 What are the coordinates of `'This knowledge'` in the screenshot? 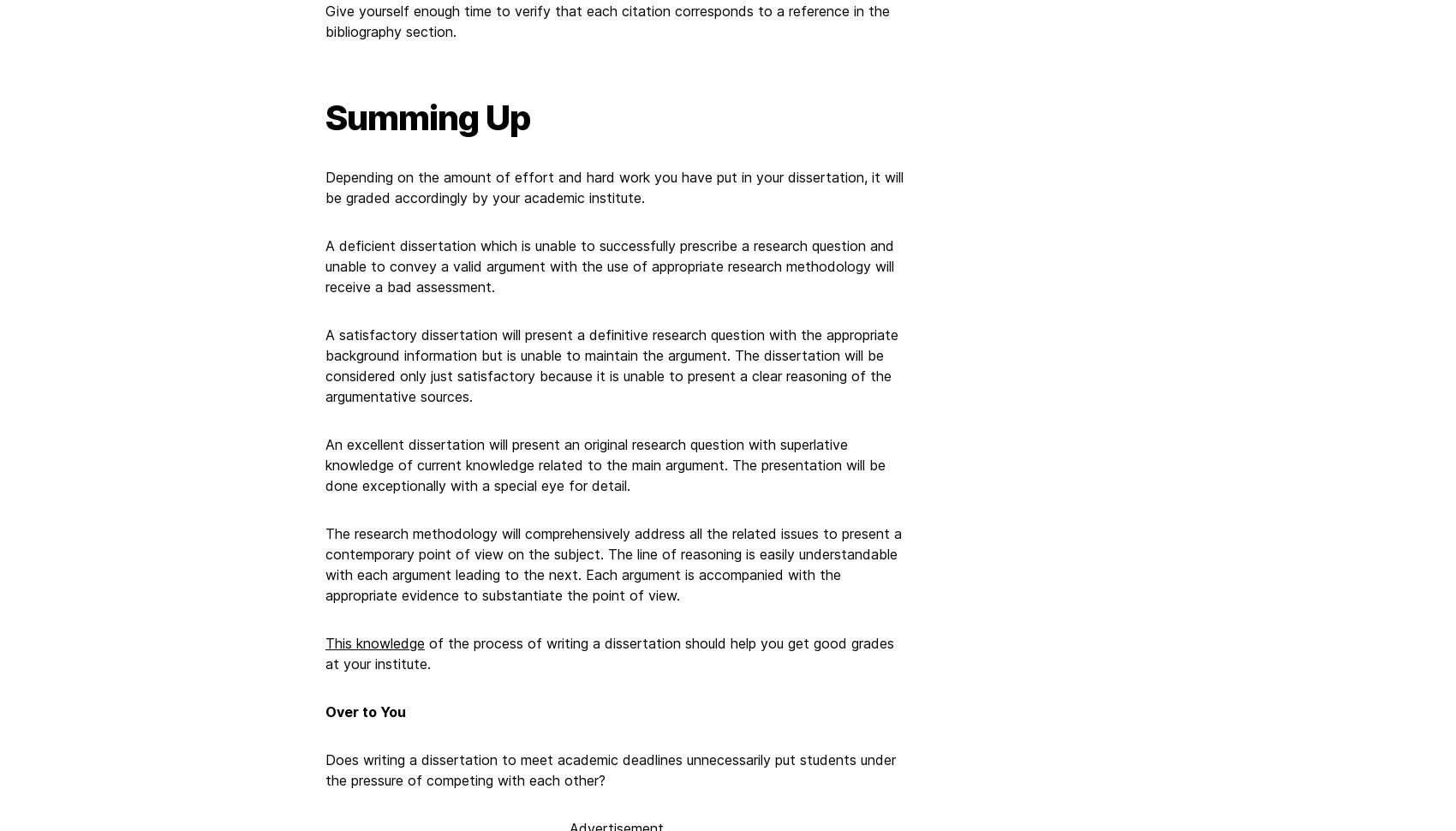 It's located at (324, 642).